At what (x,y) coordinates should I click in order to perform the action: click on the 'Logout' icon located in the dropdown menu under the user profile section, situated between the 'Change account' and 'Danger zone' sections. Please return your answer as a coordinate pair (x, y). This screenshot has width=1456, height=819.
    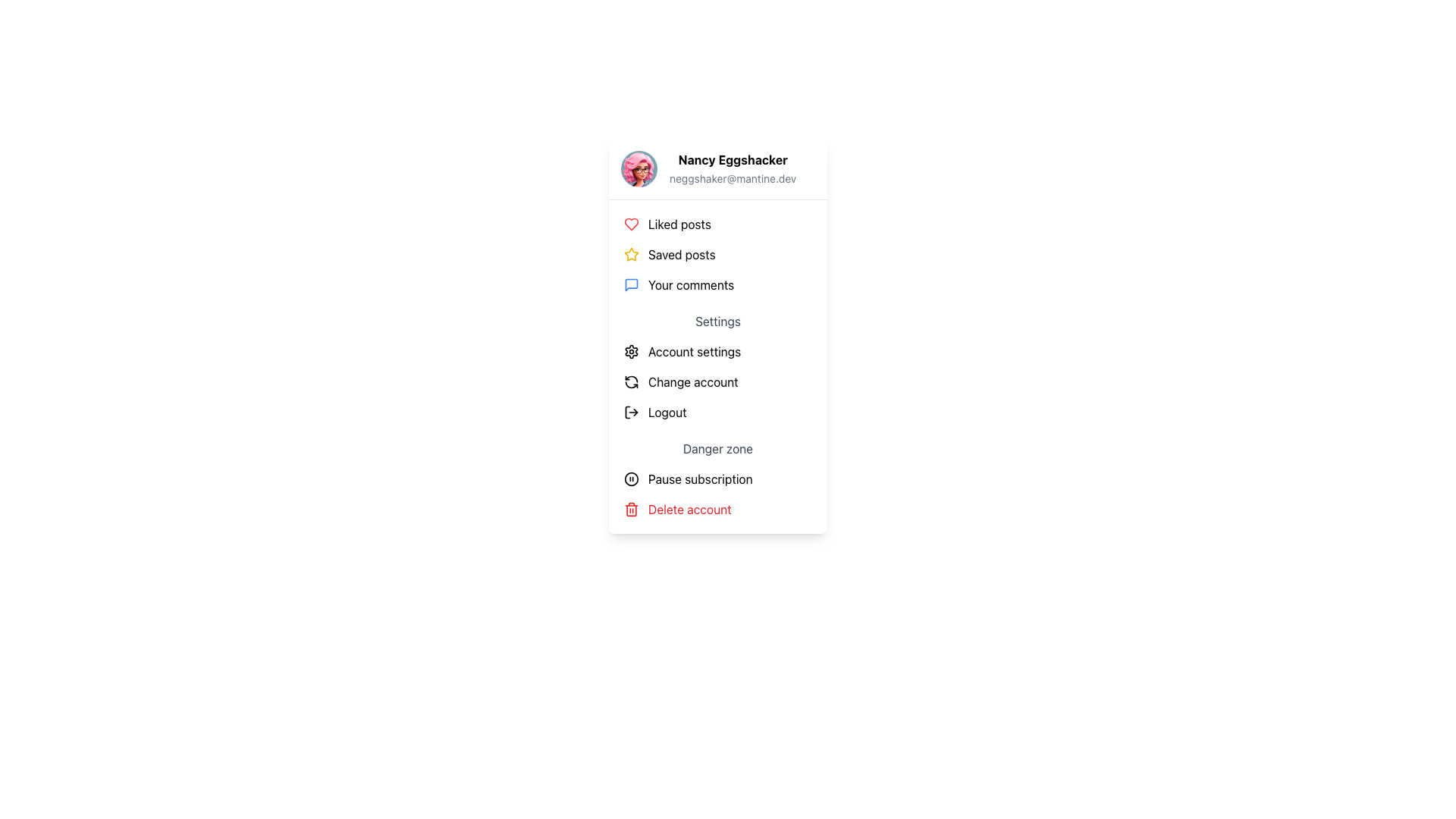
    Looking at the image, I should click on (632, 412).